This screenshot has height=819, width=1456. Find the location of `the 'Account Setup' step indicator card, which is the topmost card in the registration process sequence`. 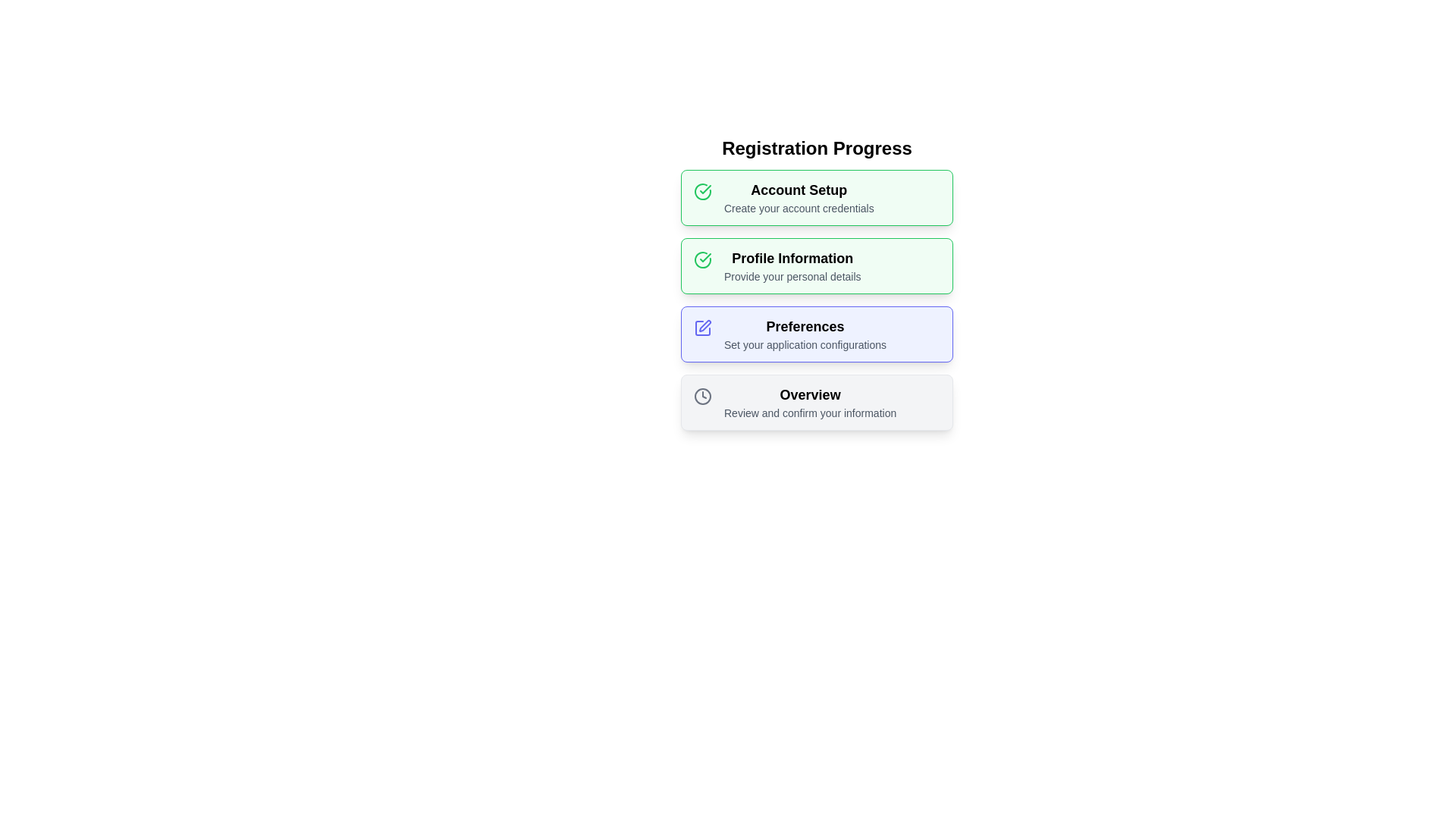

the 'Account Setup' step indicator card, which is the topmost card in the registration process sequence is located at coordinates (816, 197).